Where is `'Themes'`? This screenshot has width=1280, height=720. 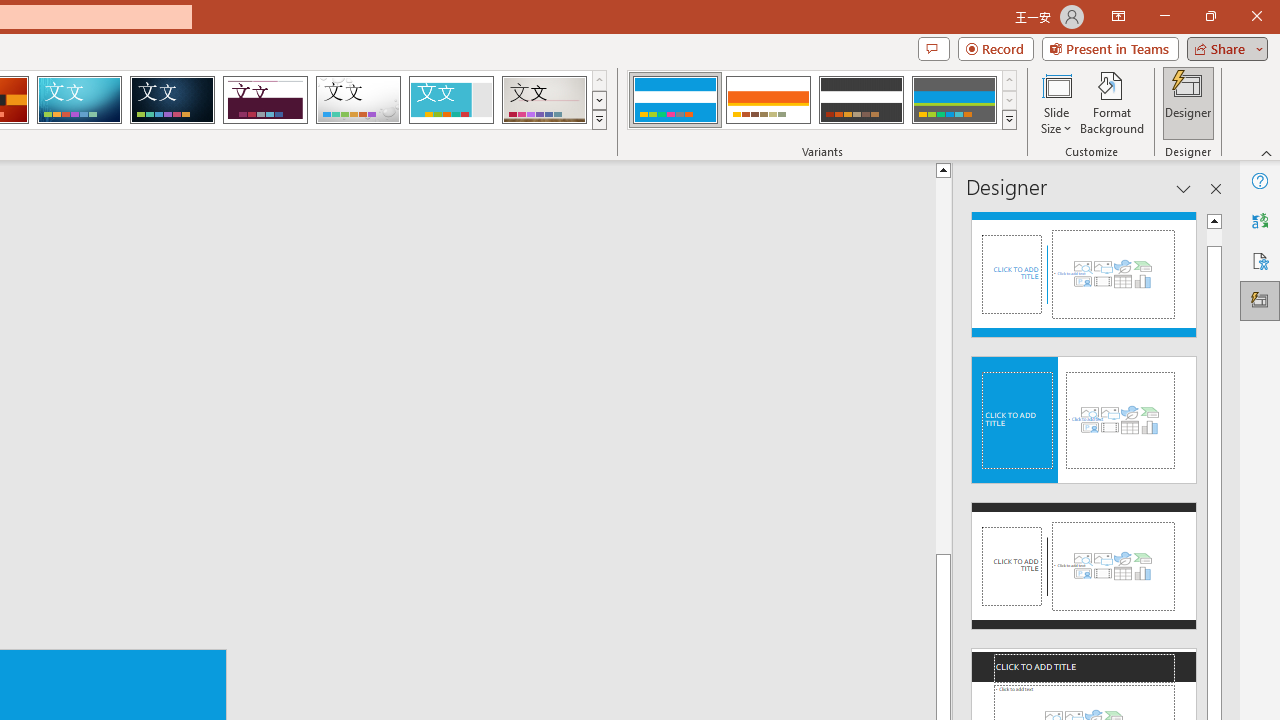 'Themes' is located at coordinates (598, 120).